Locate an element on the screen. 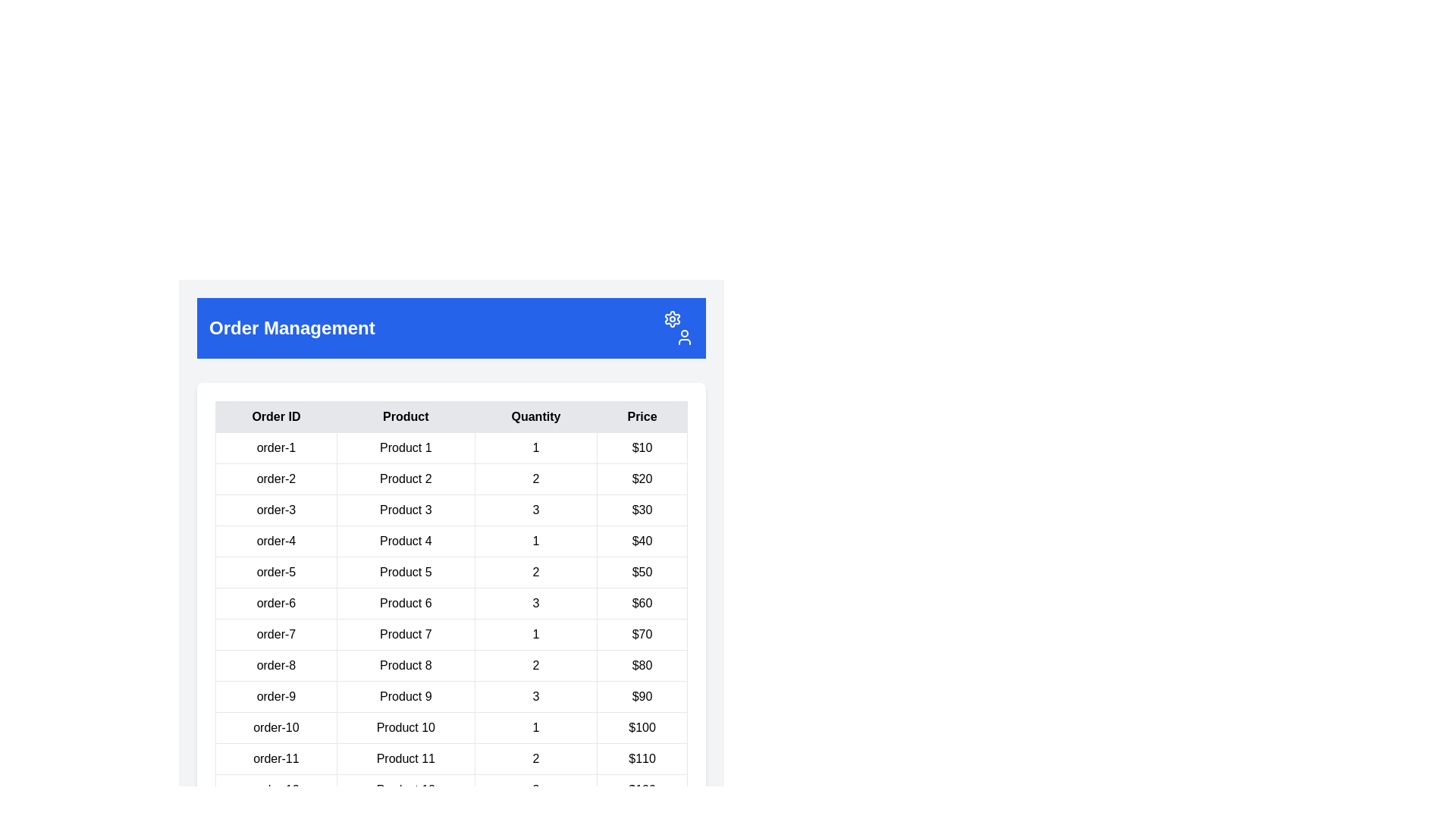  the price label displaying $90 for order-9 in the fourth column of the table is located at coordinates (642, 696).